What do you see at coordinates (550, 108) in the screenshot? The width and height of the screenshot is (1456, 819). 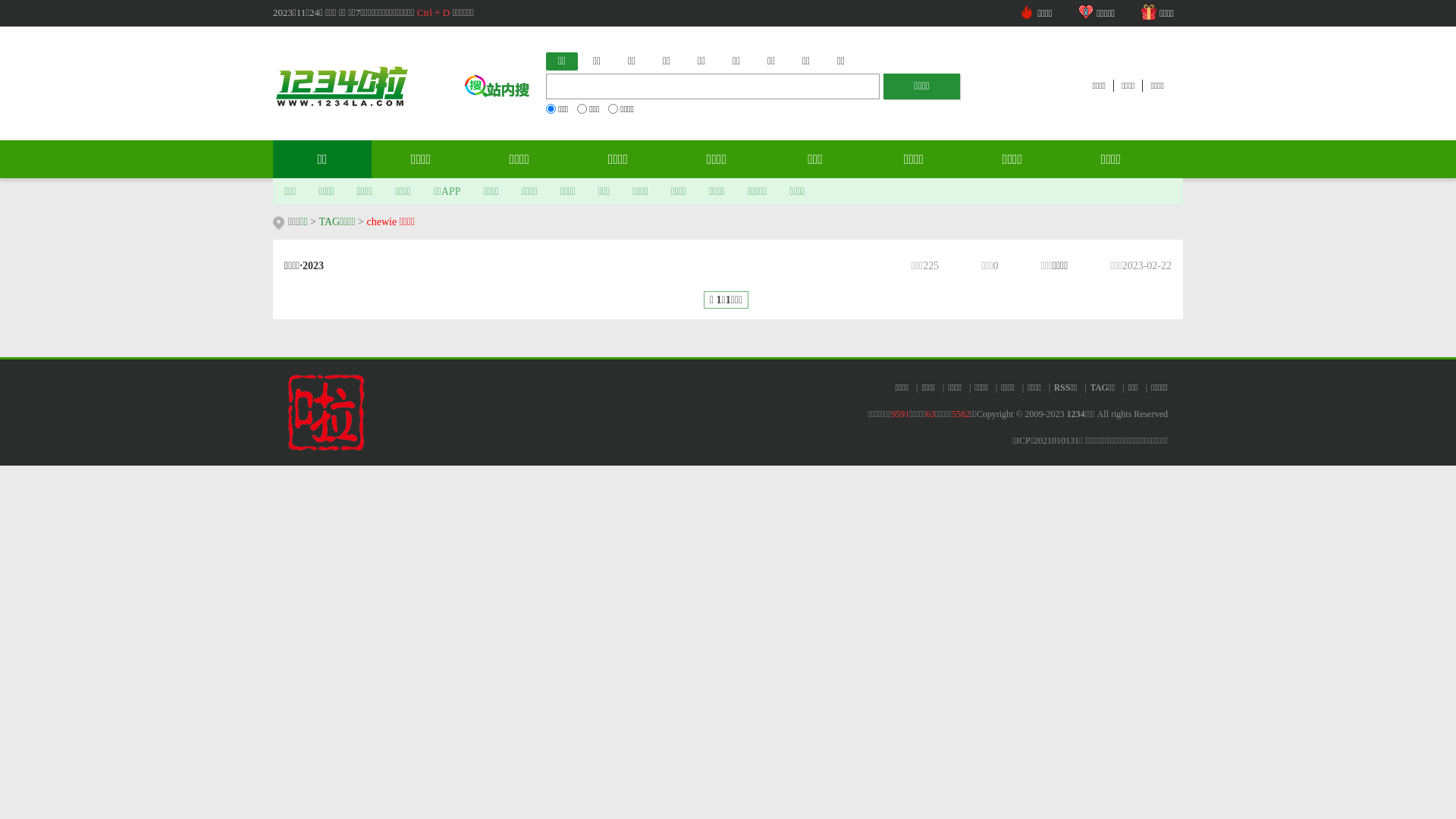 I see `'on'` at bounding box center [550, 108].